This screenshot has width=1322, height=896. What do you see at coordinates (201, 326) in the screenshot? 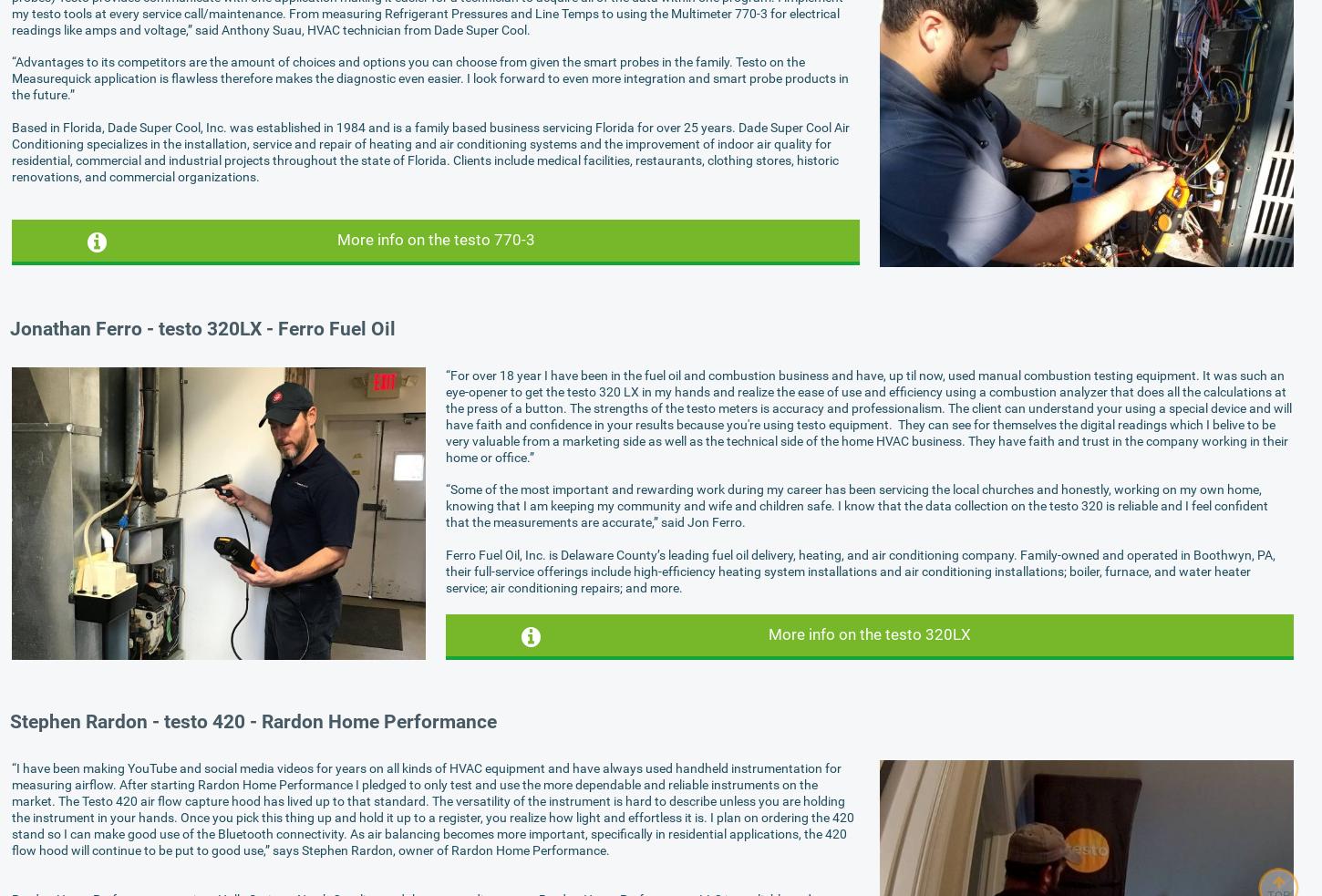
I see `'Jonathan Ferro - testo 320LX - Ferro Fuel Oil'` at bounding box center [201, 326].